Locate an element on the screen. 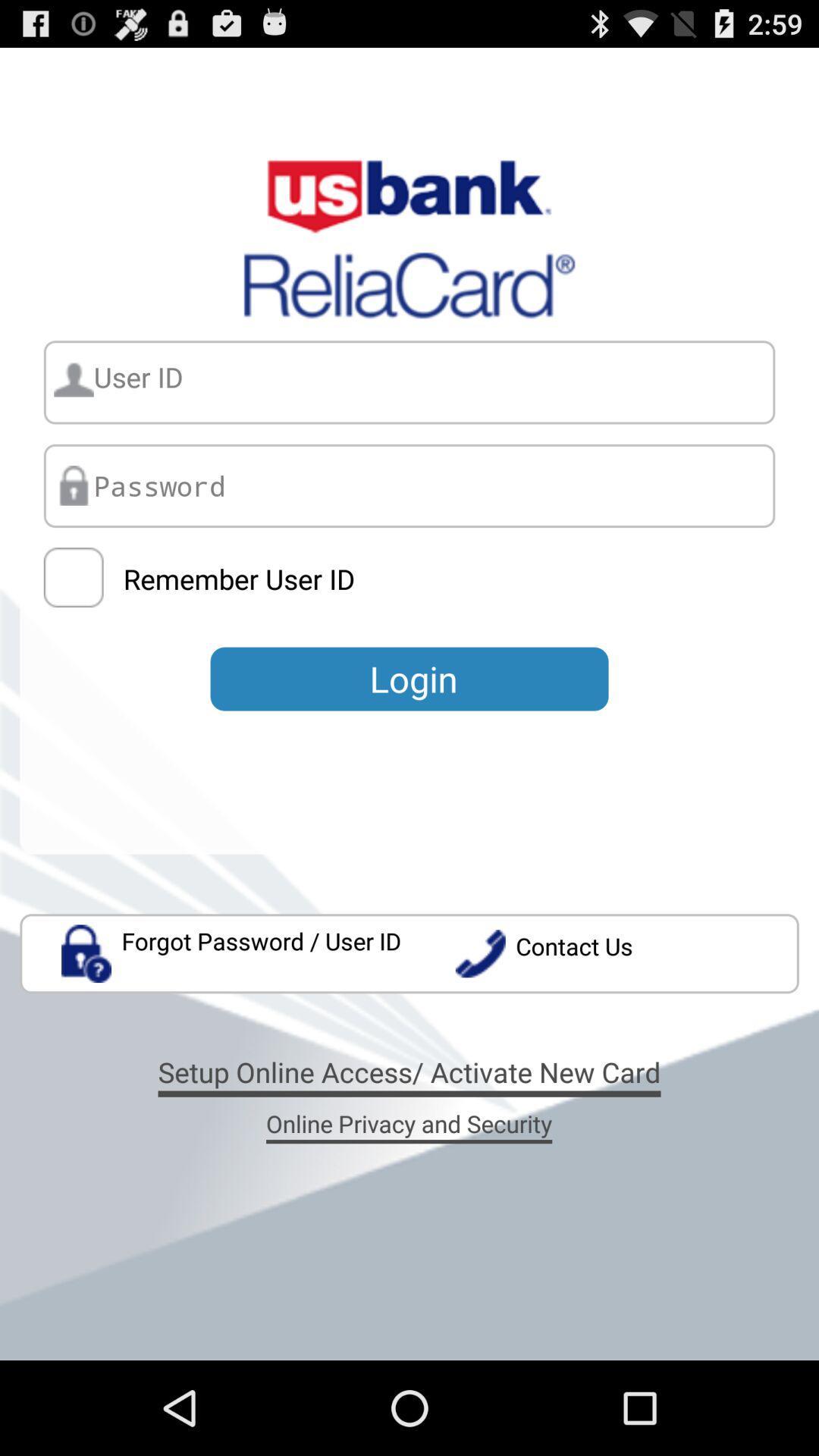 The width and height of the screenshot is (819, 1456). the app next to the forgot password user app is located at coordinates (626, 952).